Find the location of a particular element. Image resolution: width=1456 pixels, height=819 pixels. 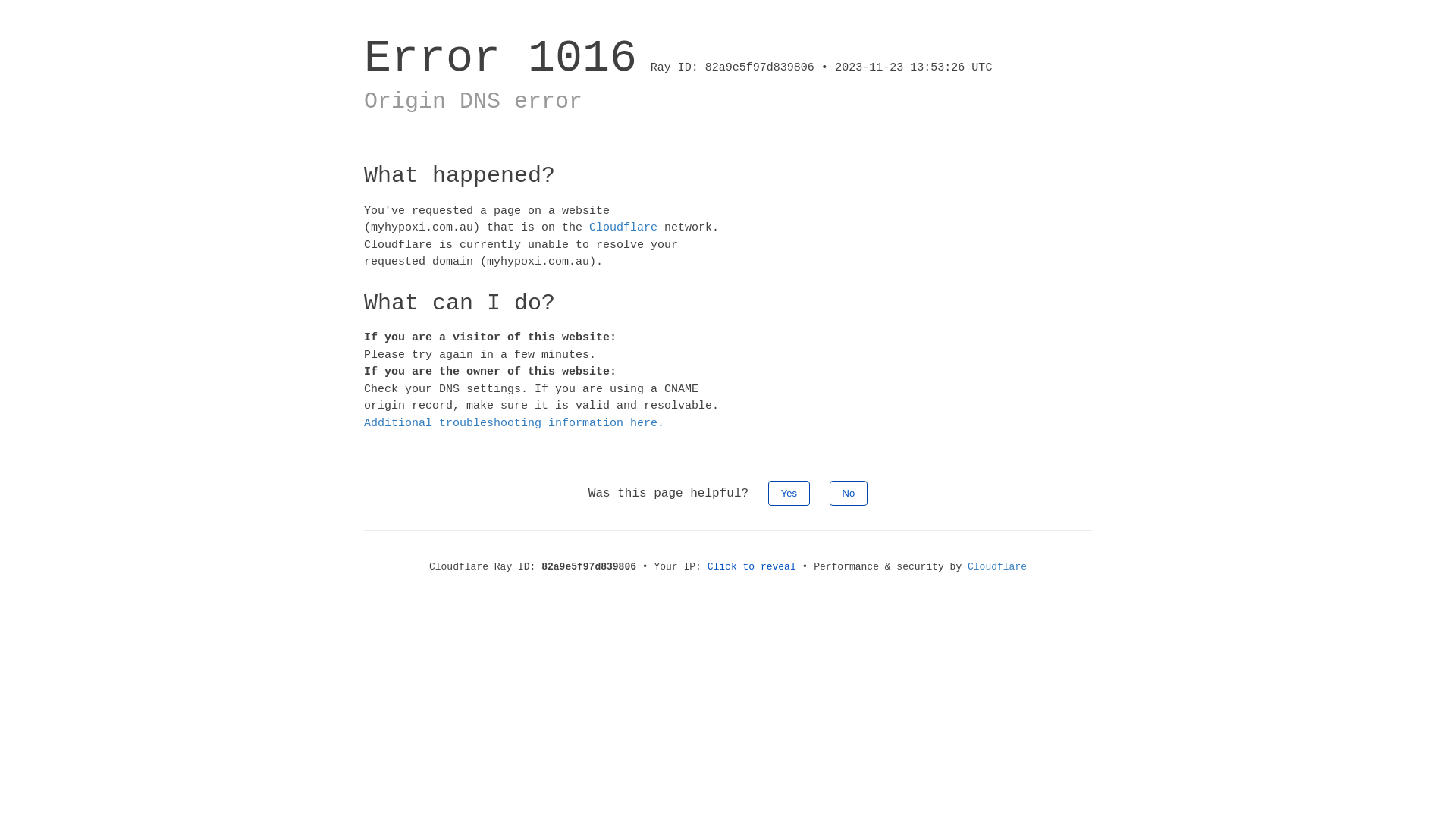

'Click to reveal' is located at coordinates (752, 566).